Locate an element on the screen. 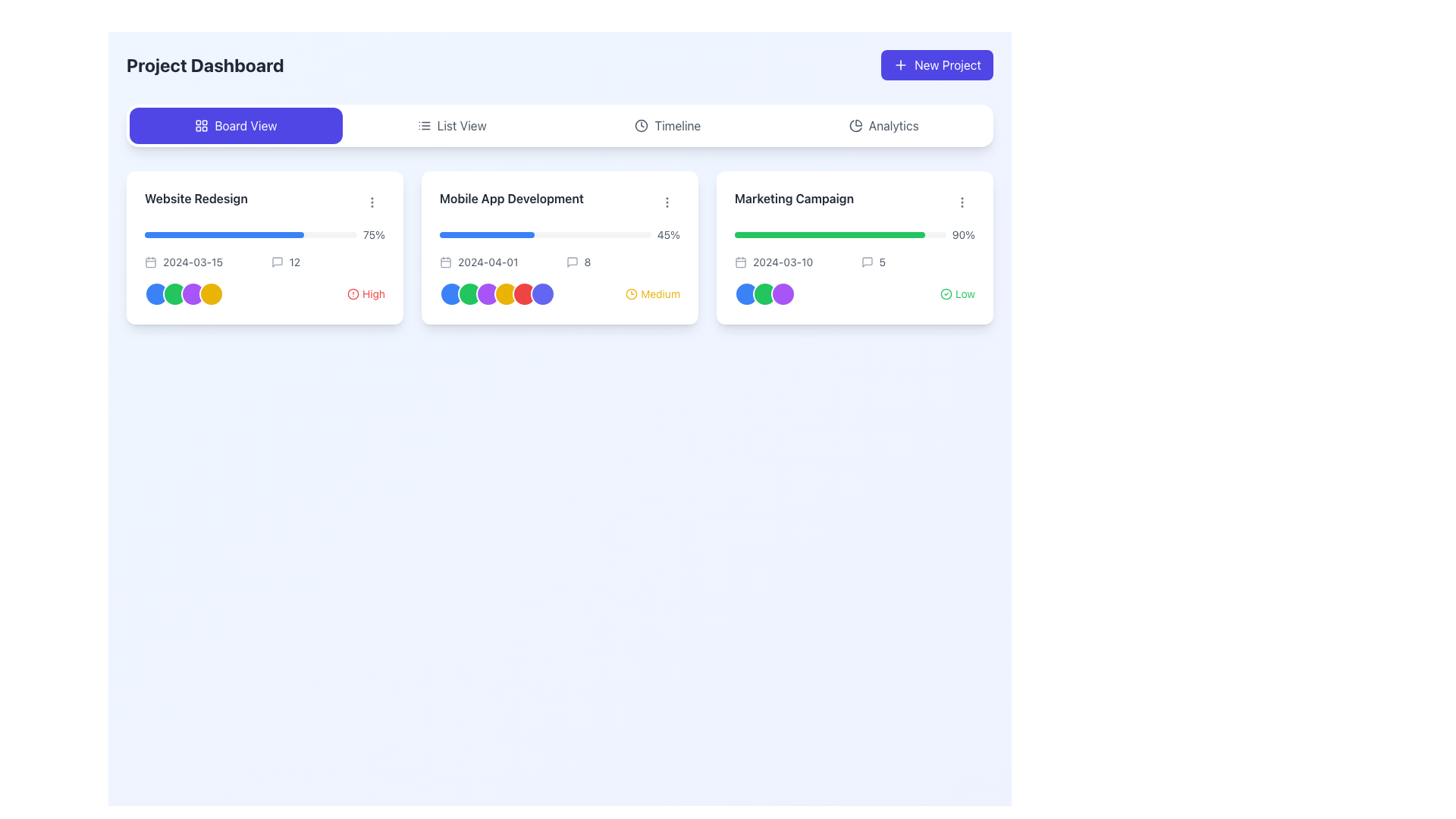 This screenshot has height=819, width=1456. the text label representing the title of the card labeled 'Marketing Campaign', positioned at the top-left corner of the rightmost card is located at coordinates (793, 198).